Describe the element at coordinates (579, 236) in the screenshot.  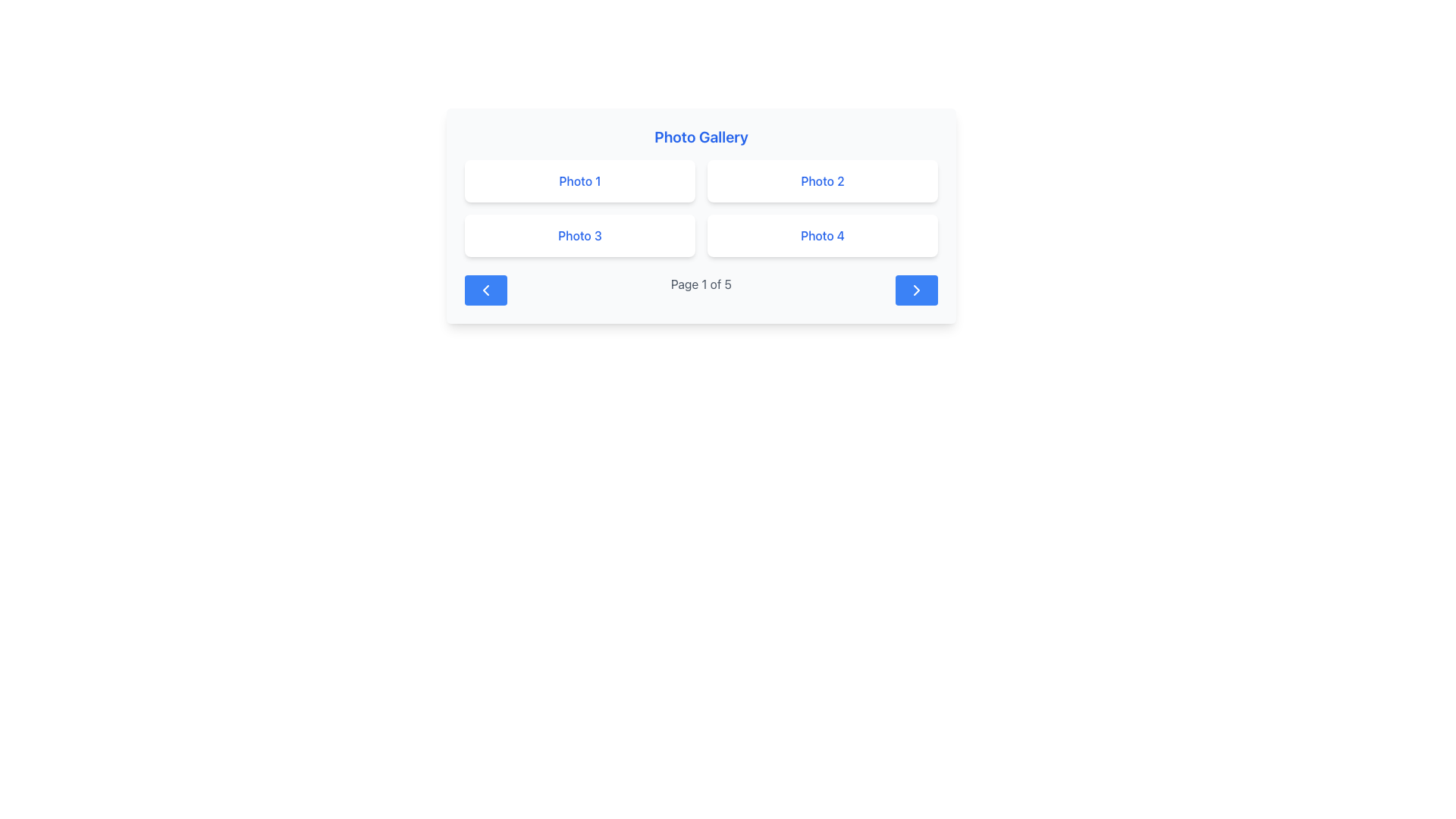
I see `the rectangular white button labeled 'Photo 3' located in the second row and first column of the grid` at that location.